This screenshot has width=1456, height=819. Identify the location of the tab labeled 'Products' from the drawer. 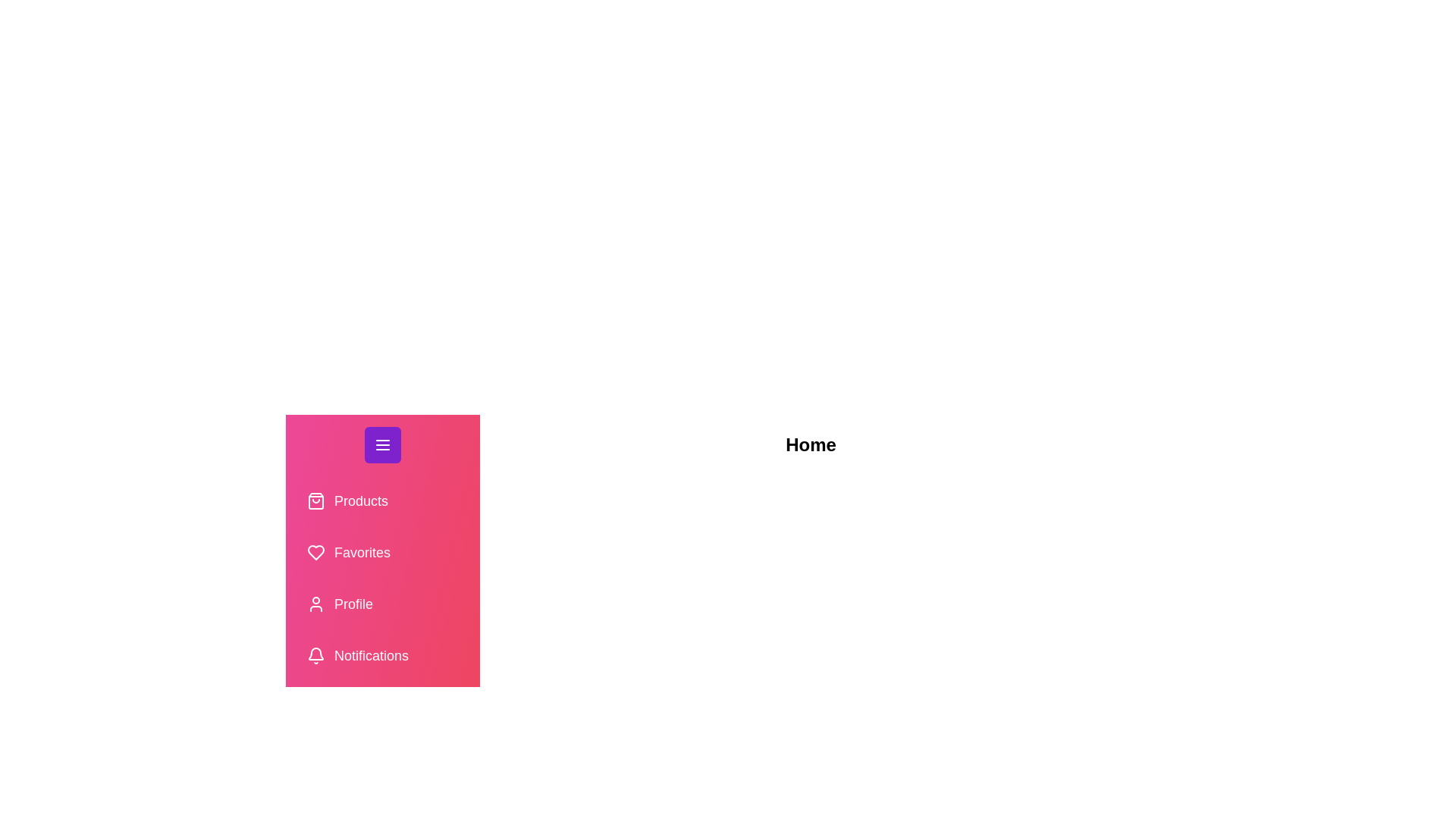
(382, 500).